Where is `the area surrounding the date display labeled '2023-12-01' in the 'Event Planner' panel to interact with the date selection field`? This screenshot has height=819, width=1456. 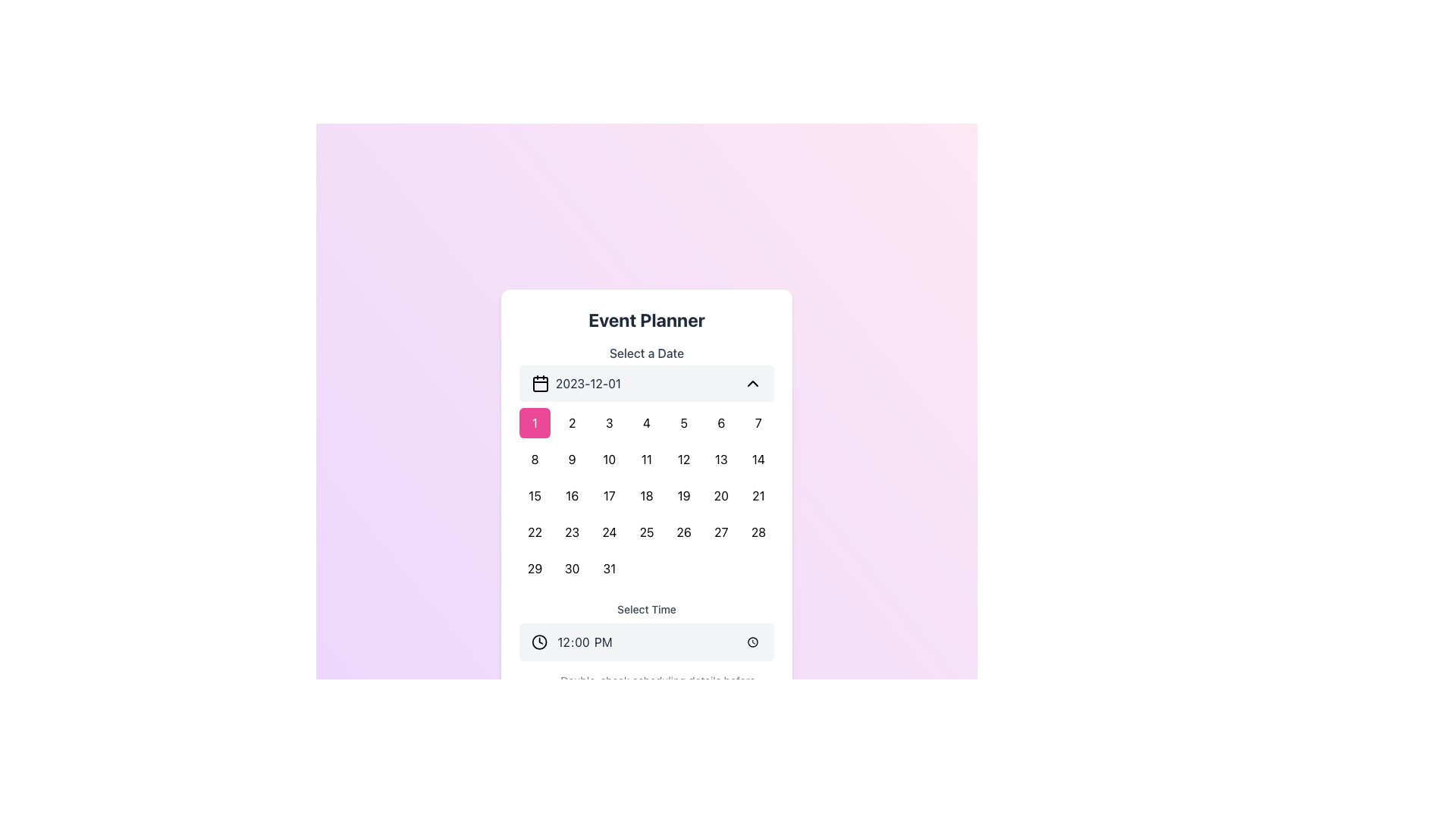
the area surrounding the date display labeled '2023-12-01' in the 'Event Planner' panel to interact with the date selection field is located at coordinates (575, 382).